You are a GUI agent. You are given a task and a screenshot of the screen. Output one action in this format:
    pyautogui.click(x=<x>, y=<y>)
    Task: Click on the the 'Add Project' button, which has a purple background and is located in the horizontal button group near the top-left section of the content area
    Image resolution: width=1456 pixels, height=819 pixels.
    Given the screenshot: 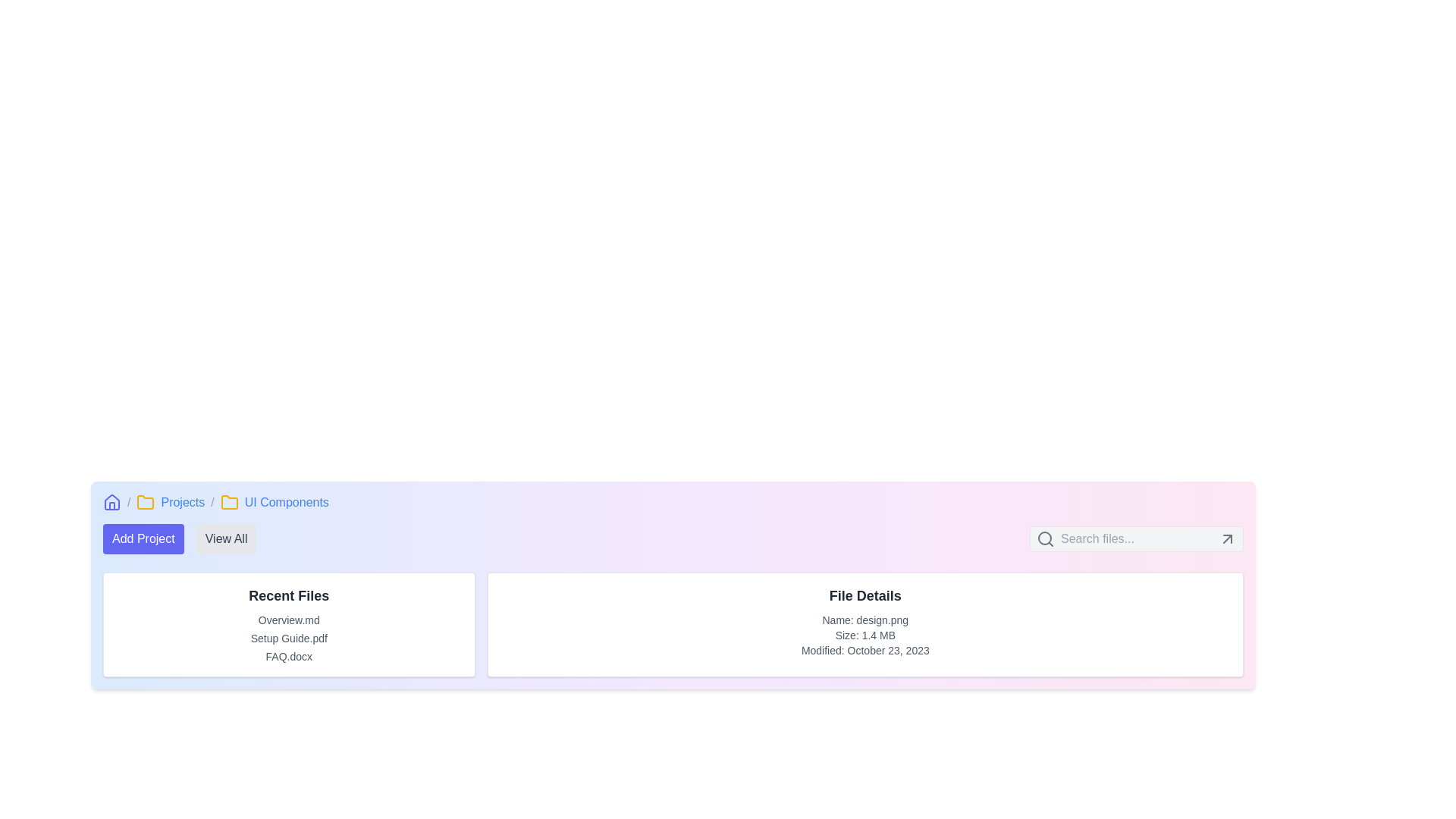 What is the action you would take?
    pyautogui.click(x=180, y=538)
    